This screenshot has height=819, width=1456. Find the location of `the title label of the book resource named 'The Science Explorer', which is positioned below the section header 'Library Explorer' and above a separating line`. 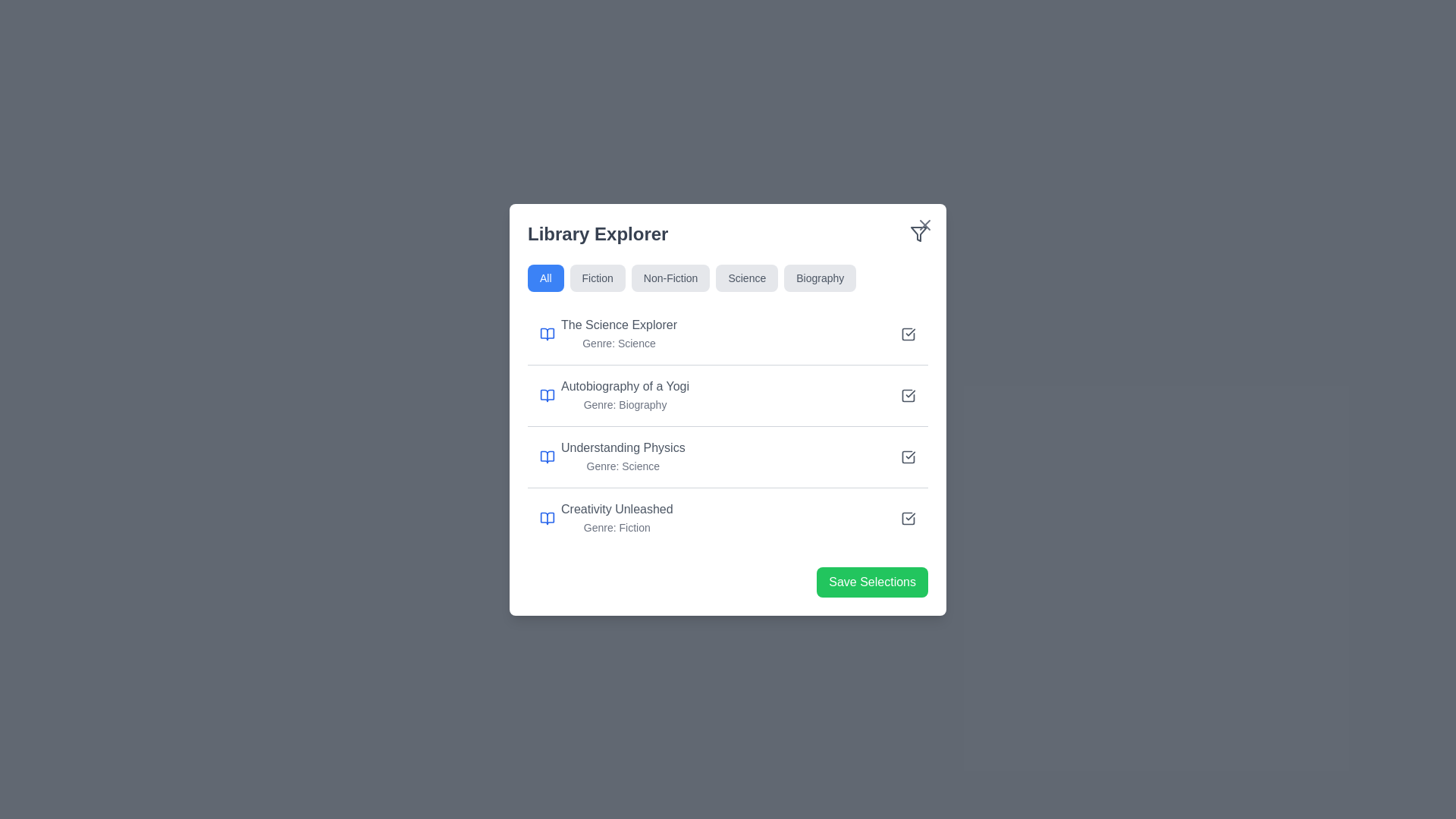

the title label of the book resource named 'The Science Explorer', which is positioned below the section header 'Library Explorer' and above a separating line is located at coordinates (619, 324).